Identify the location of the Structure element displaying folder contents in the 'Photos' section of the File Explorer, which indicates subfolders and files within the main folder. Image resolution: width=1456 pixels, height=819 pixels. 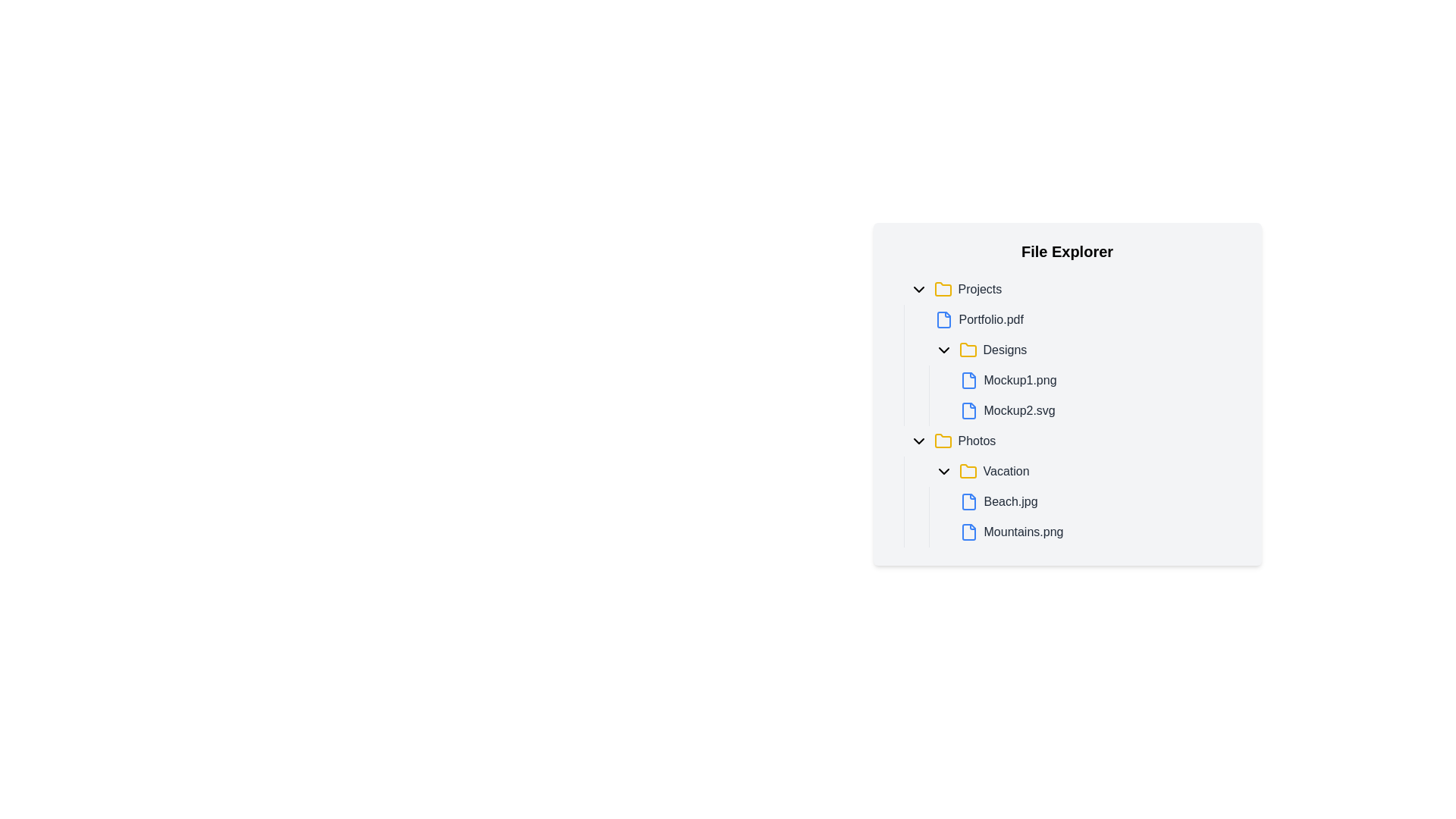
(1072, 486).